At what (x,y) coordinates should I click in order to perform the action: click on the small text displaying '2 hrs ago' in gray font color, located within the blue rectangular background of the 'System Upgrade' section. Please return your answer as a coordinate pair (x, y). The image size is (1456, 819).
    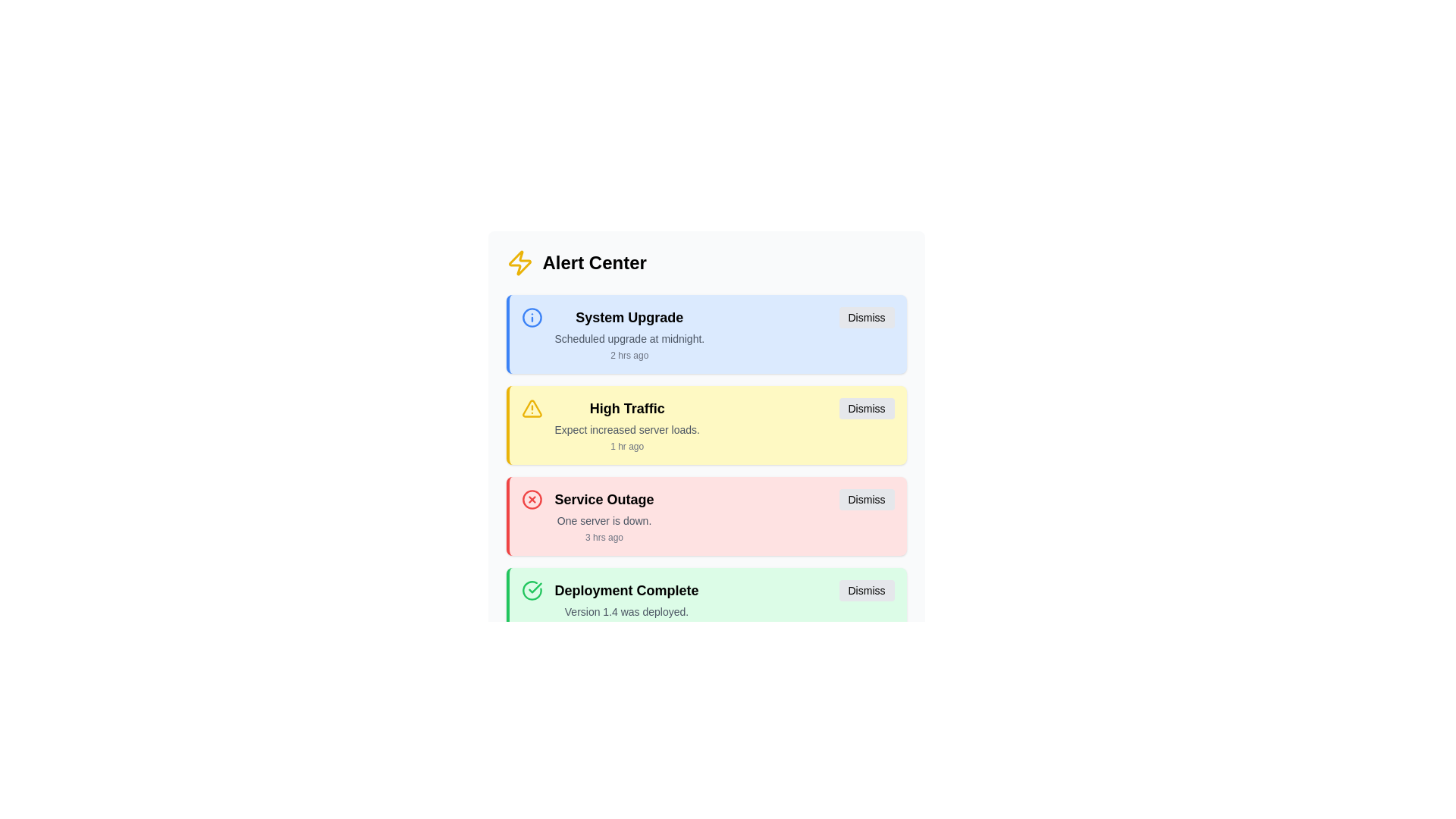
    Looking at the image, I should click on (629, 356).